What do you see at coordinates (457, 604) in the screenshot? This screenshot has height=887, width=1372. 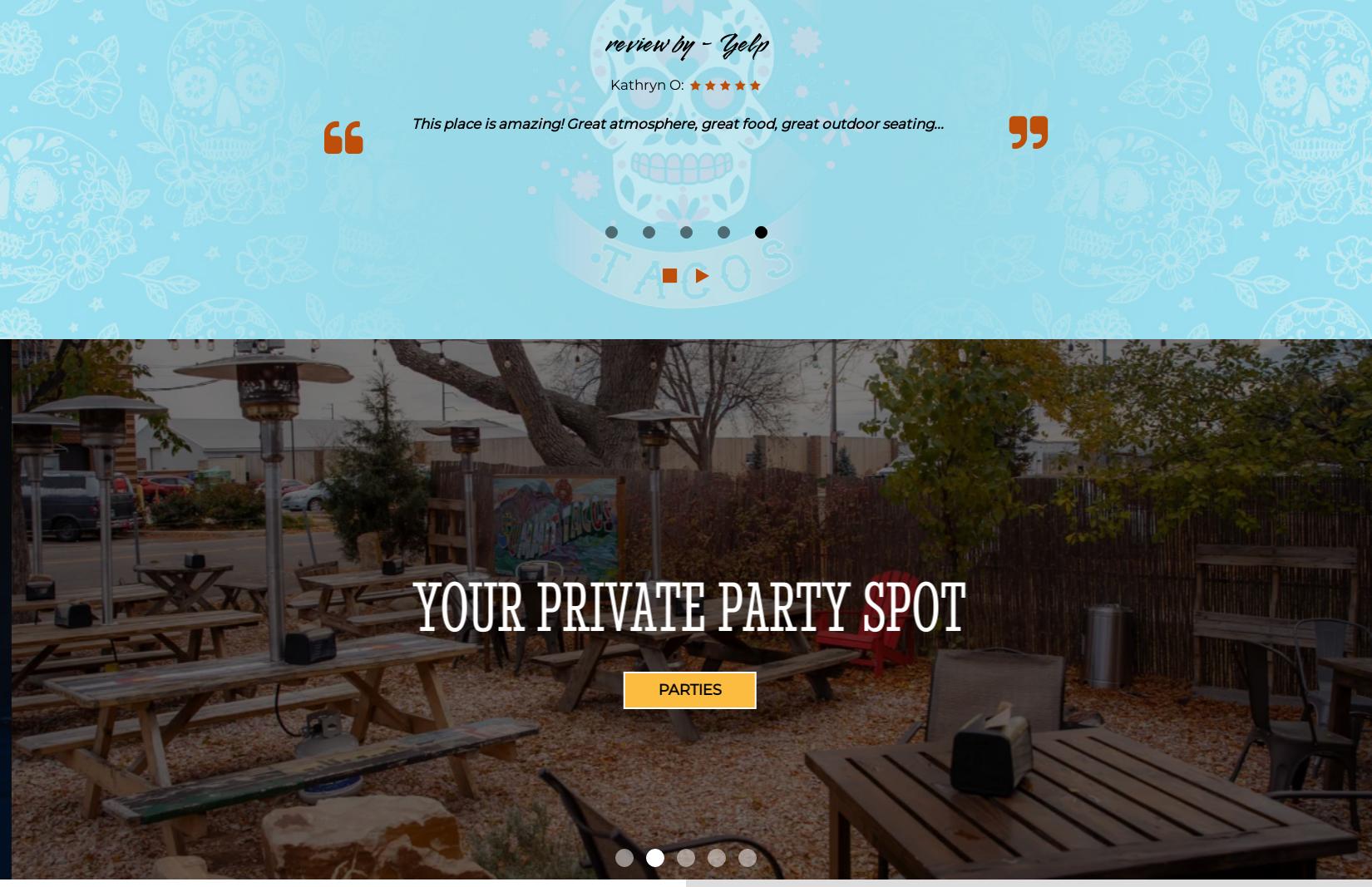 I see `'To taste is to enjoy'` at bounding box center [457, 604].